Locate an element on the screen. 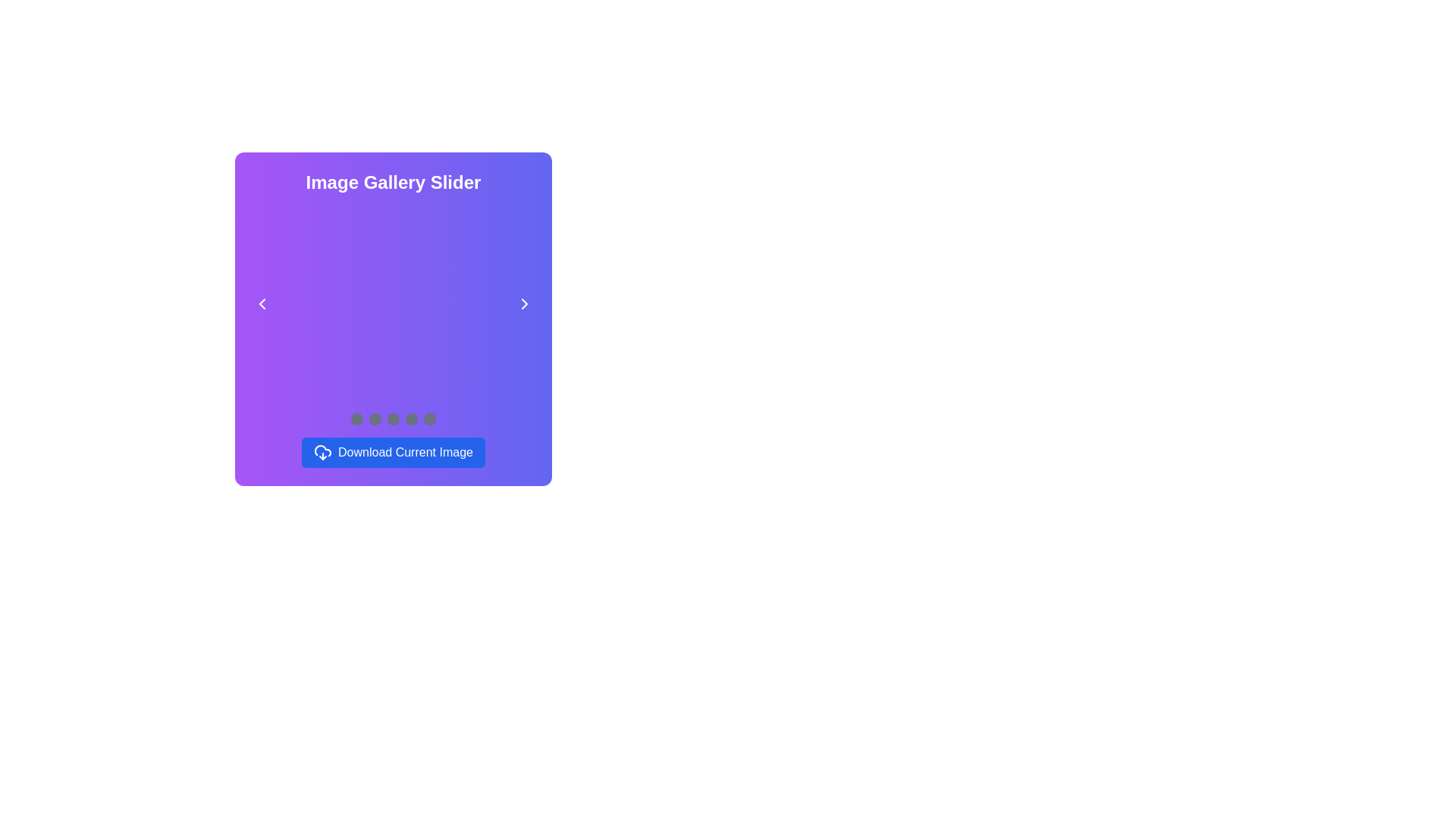 The image size is (1456, 819). the fourth circular Indicator Dot in the carousel pagination system located below the main content area is located at coordinates (411, 419).